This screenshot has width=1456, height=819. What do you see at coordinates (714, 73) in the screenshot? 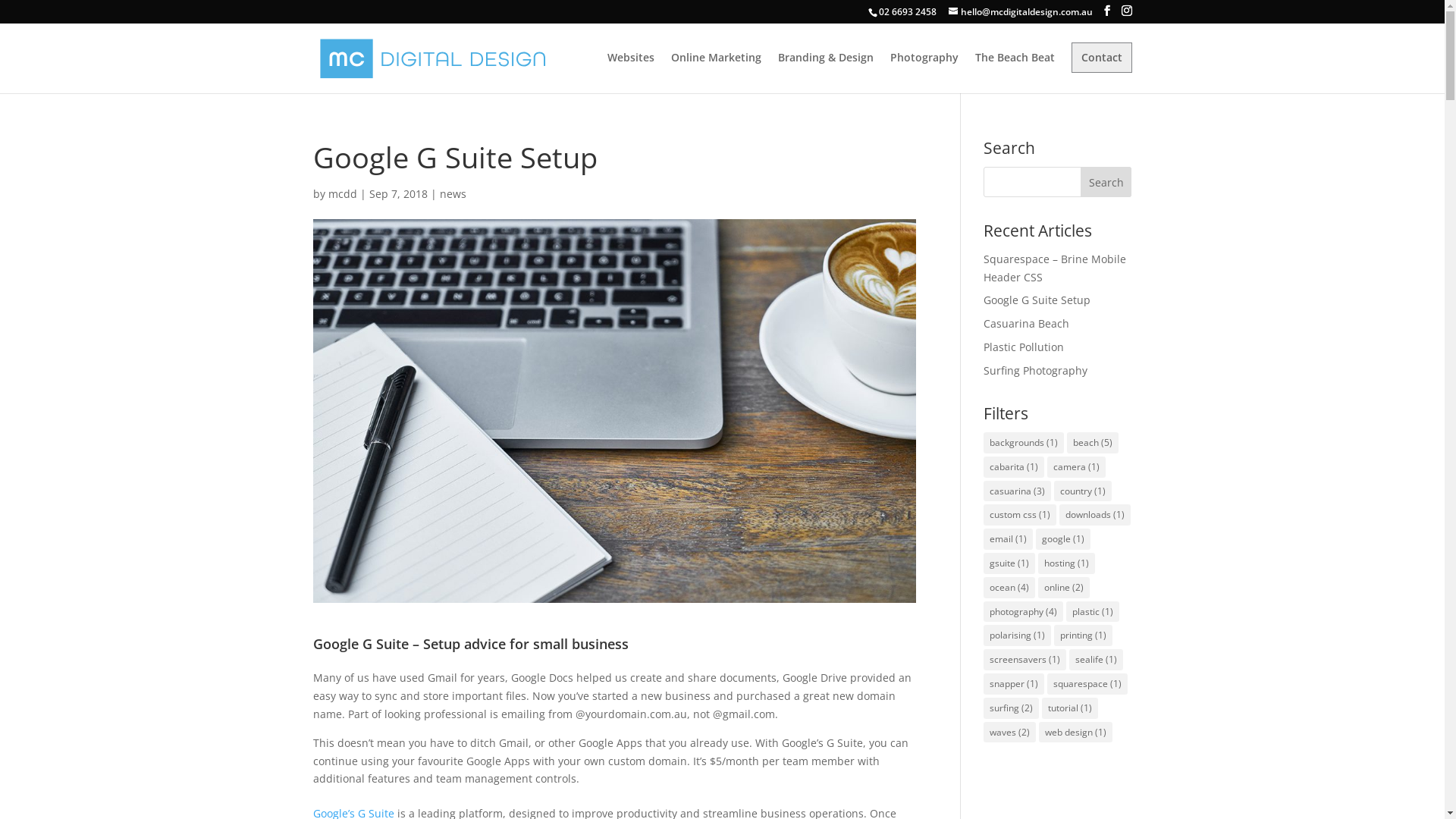
I see `'Online Marketing'` at bounding box center [714, 73].